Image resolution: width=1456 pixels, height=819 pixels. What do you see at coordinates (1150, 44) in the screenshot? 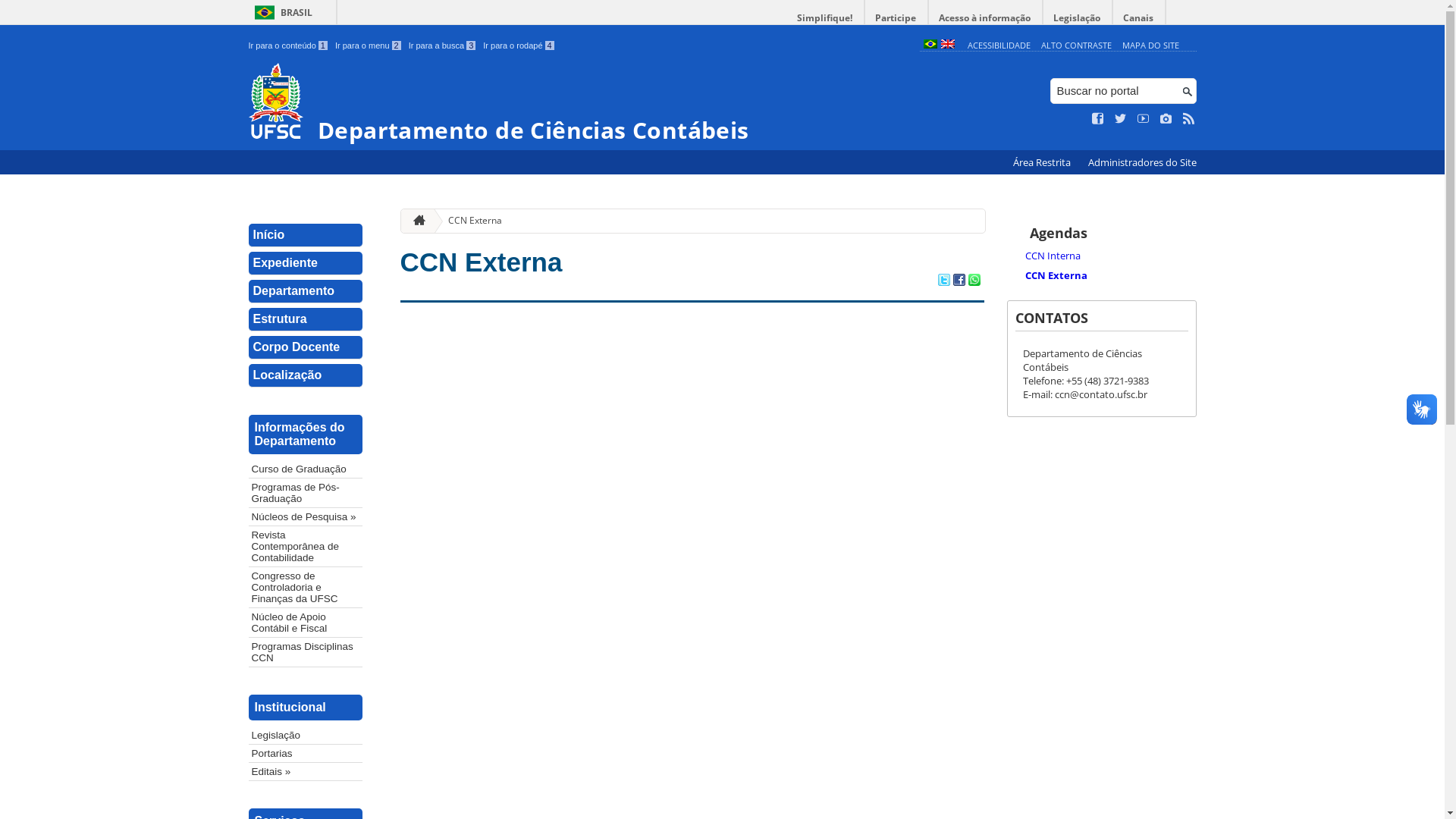
I see `'MAPA DO SITE'` at bounding box center [1150, 44].